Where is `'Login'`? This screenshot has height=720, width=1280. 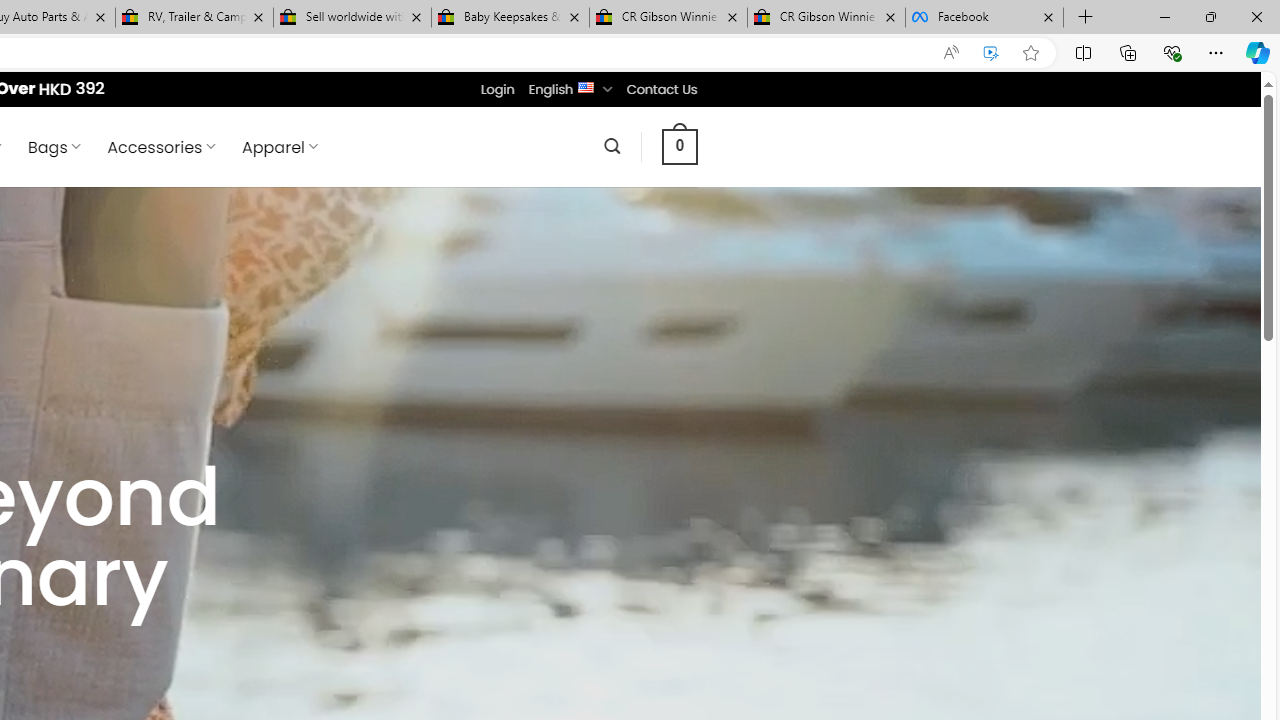 'Login' is located at coordinates (497, 88).